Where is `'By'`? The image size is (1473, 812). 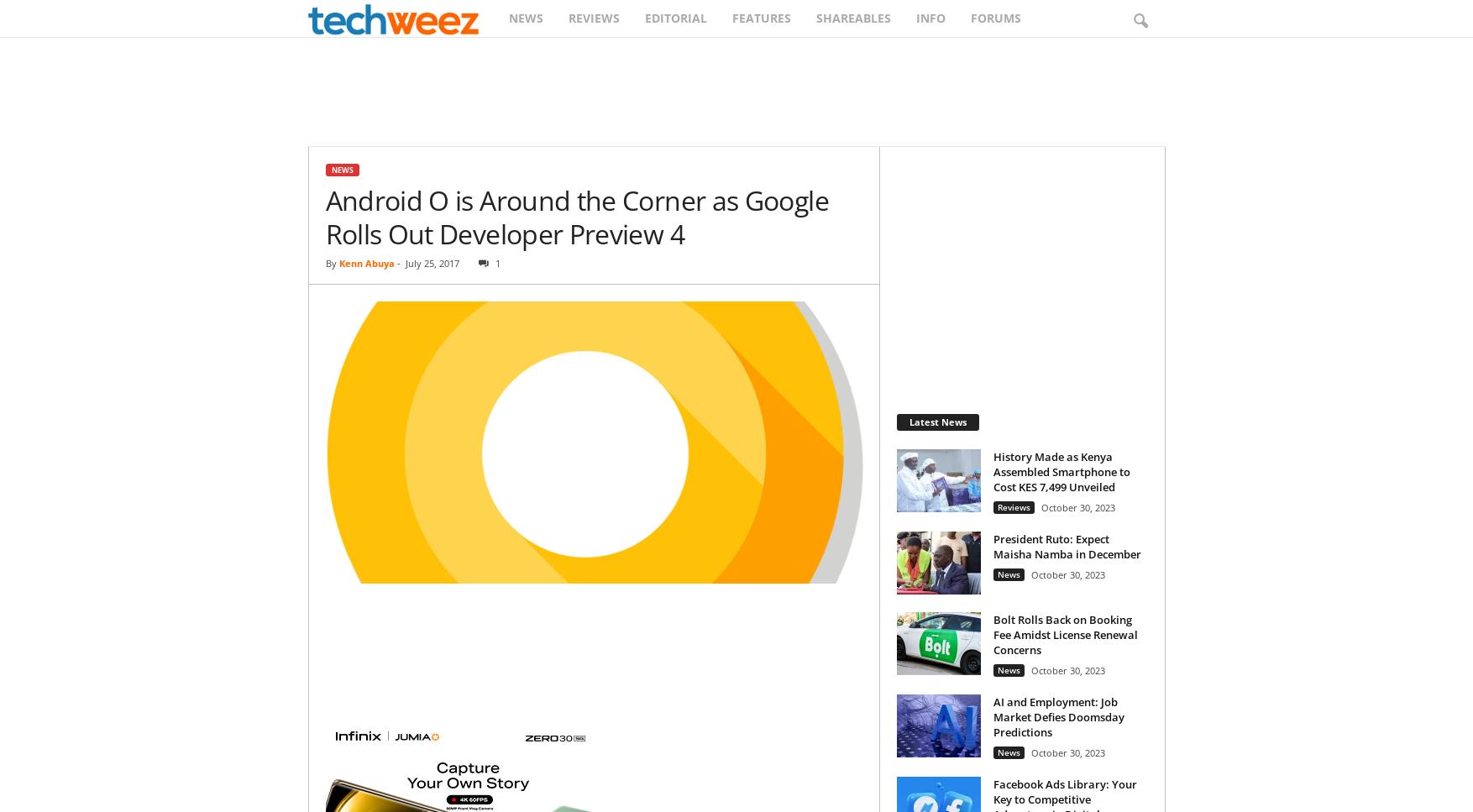
'By' is located at coordinates (330, 263).